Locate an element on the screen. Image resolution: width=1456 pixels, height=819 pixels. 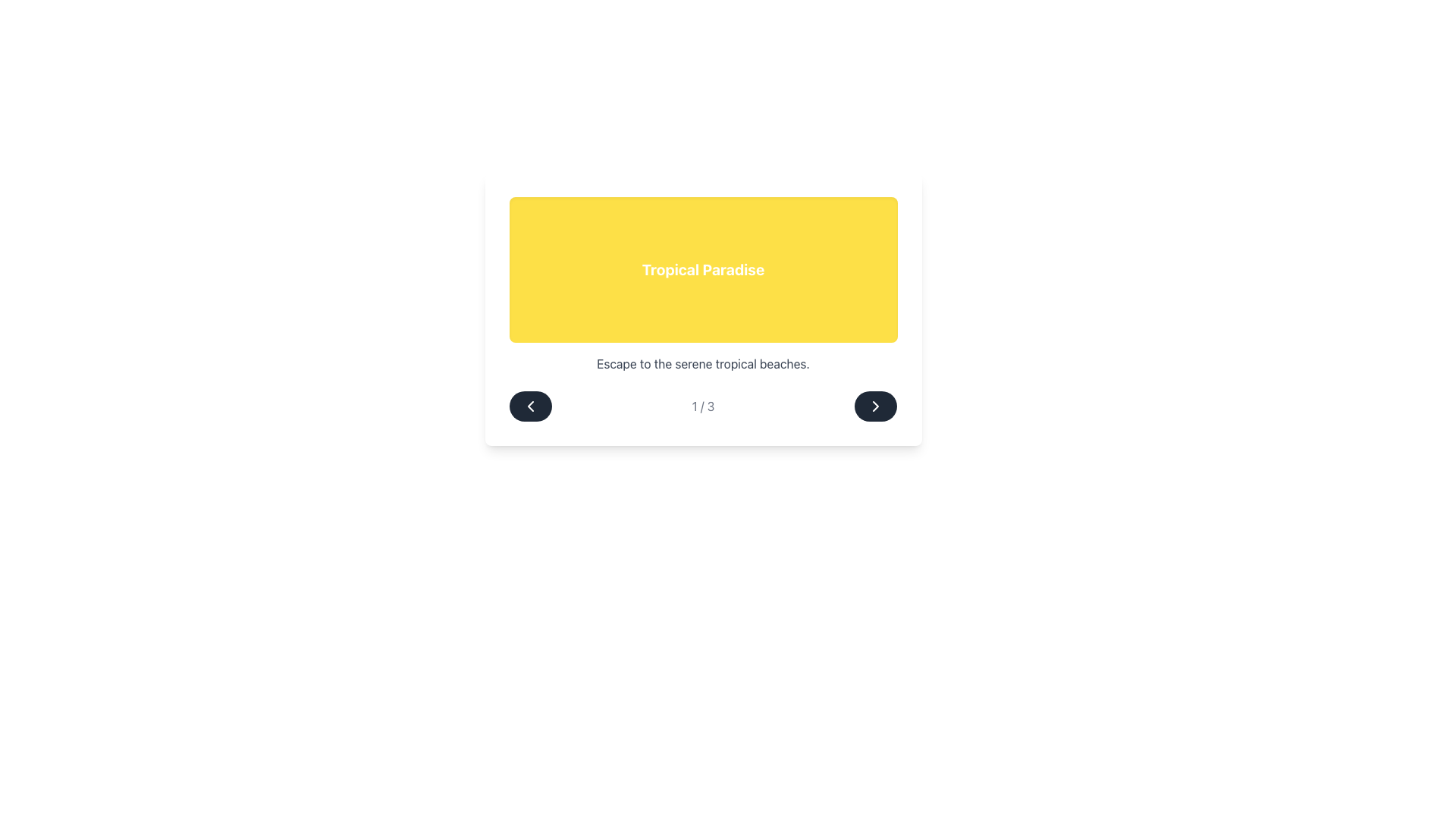
the navigation control icon located in the bottom-right area of the card interface is located at coordinates (876, 406).